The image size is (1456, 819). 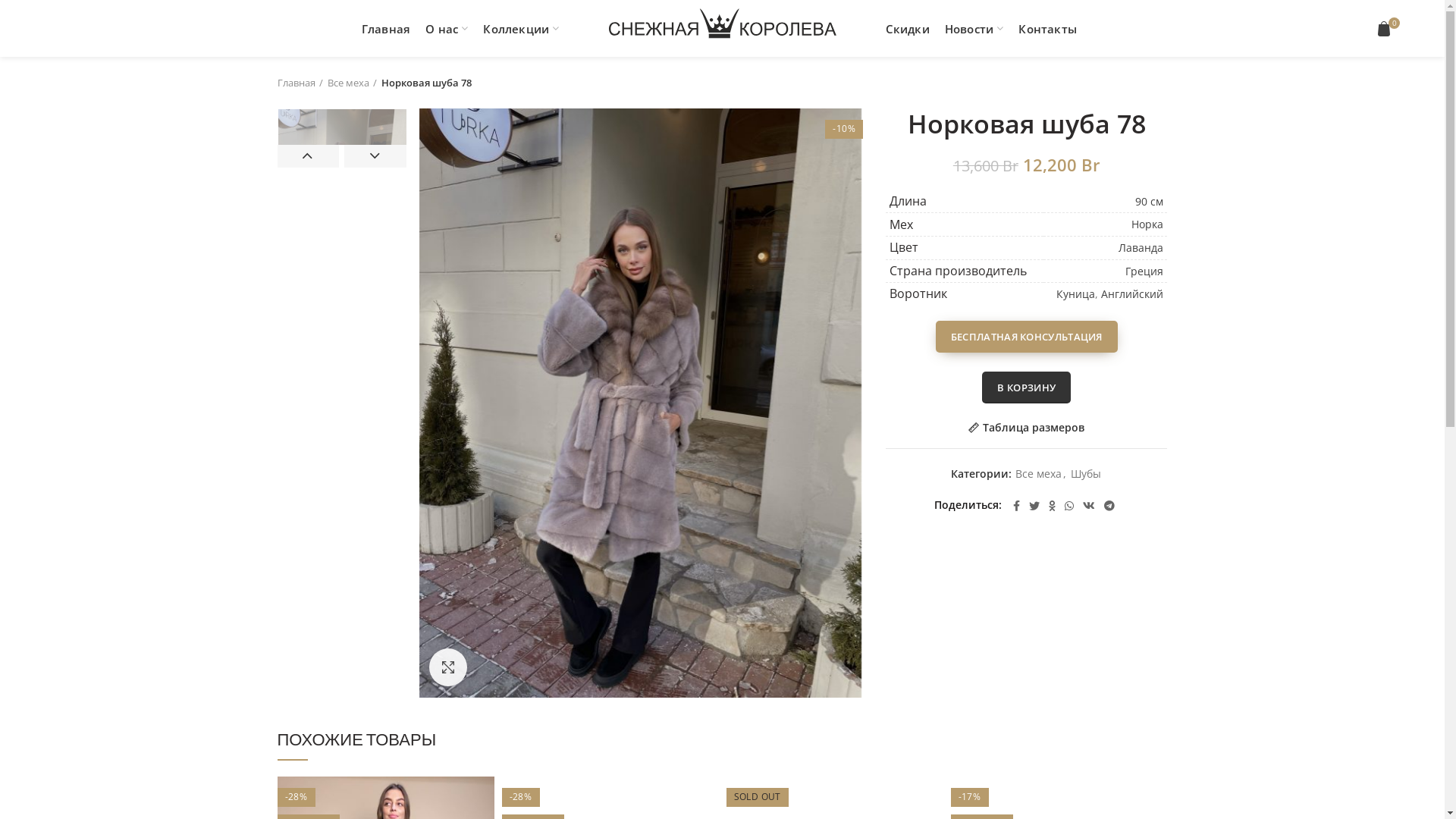 I want to click on 'Facebook', so click(x=1008, y=506).